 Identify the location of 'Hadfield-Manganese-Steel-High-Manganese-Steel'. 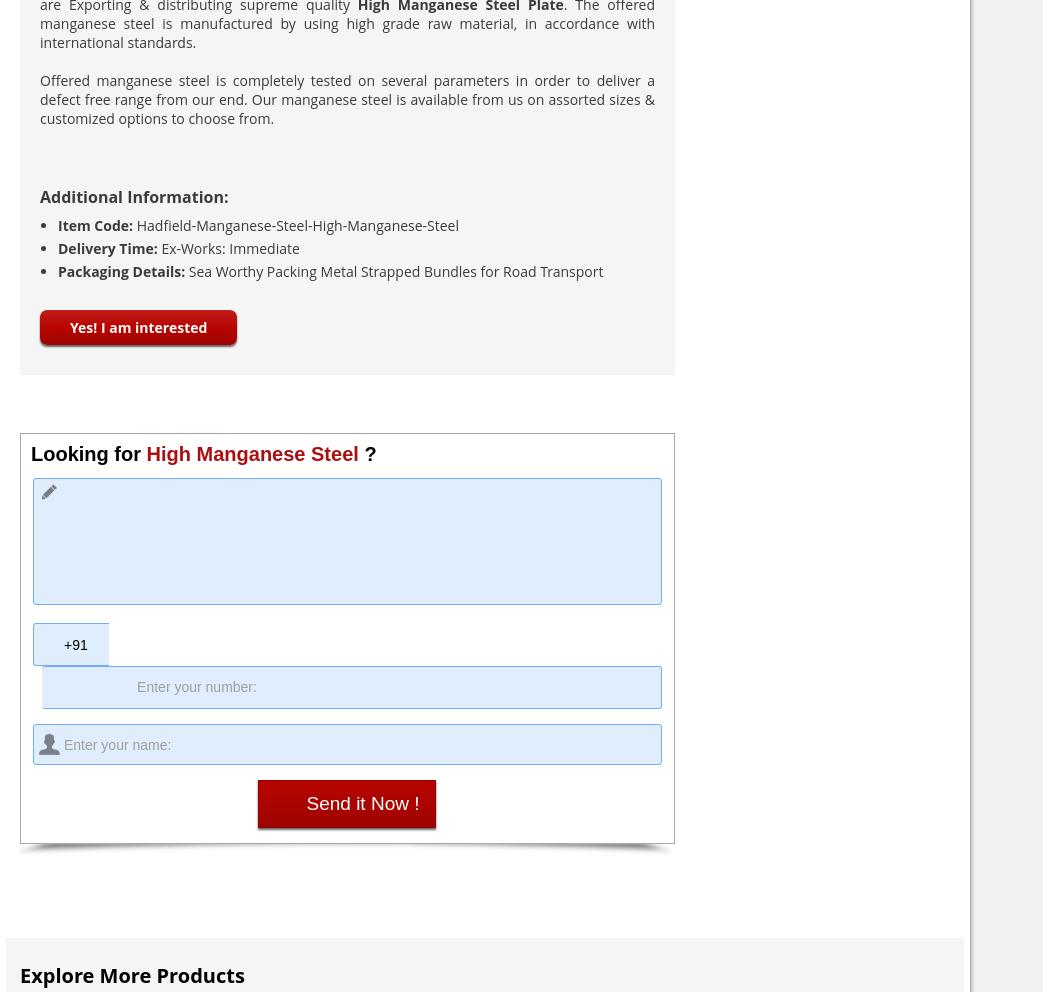
(297, 225).